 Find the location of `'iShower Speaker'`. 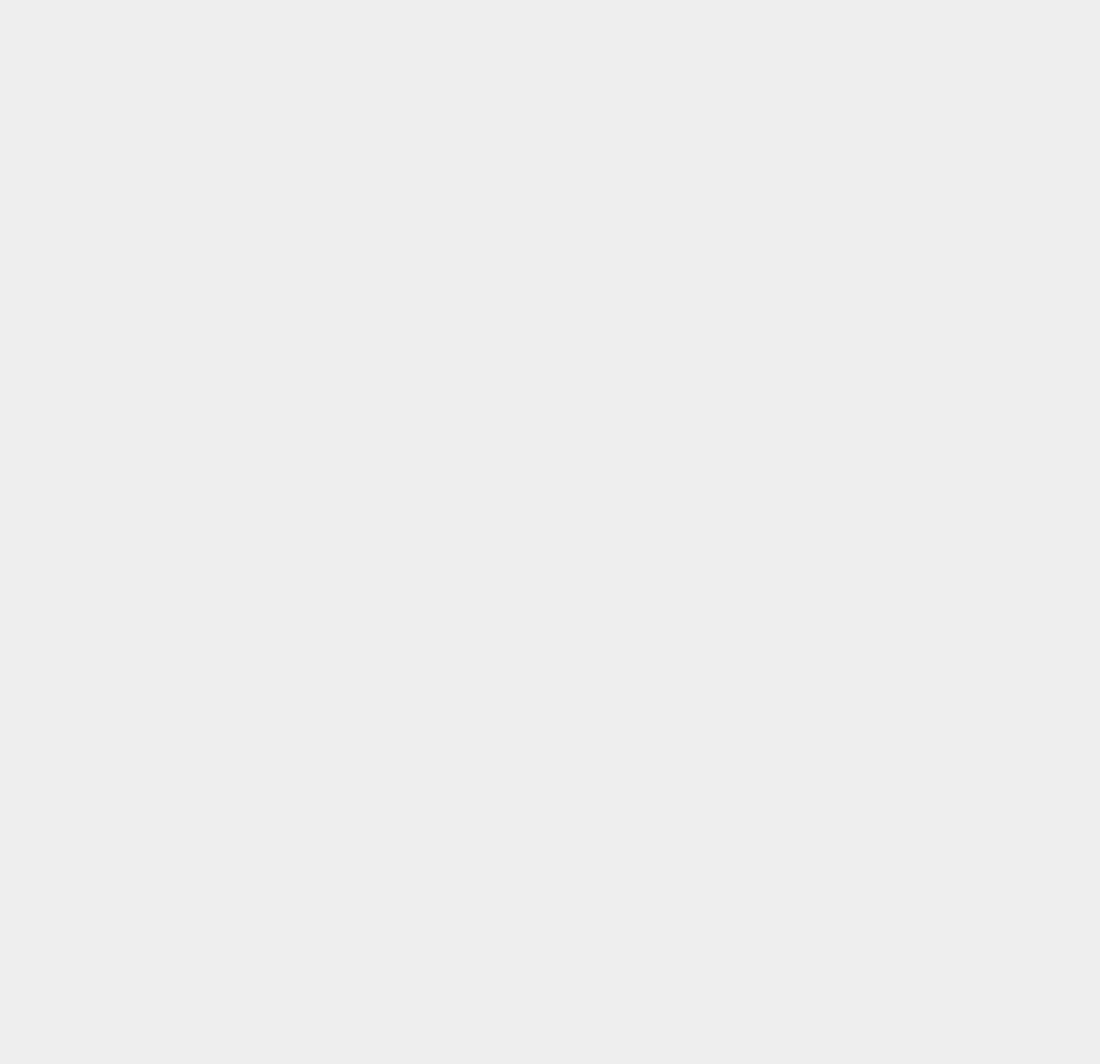

'iShower Speaker' is located at coordinates (778, 1036).